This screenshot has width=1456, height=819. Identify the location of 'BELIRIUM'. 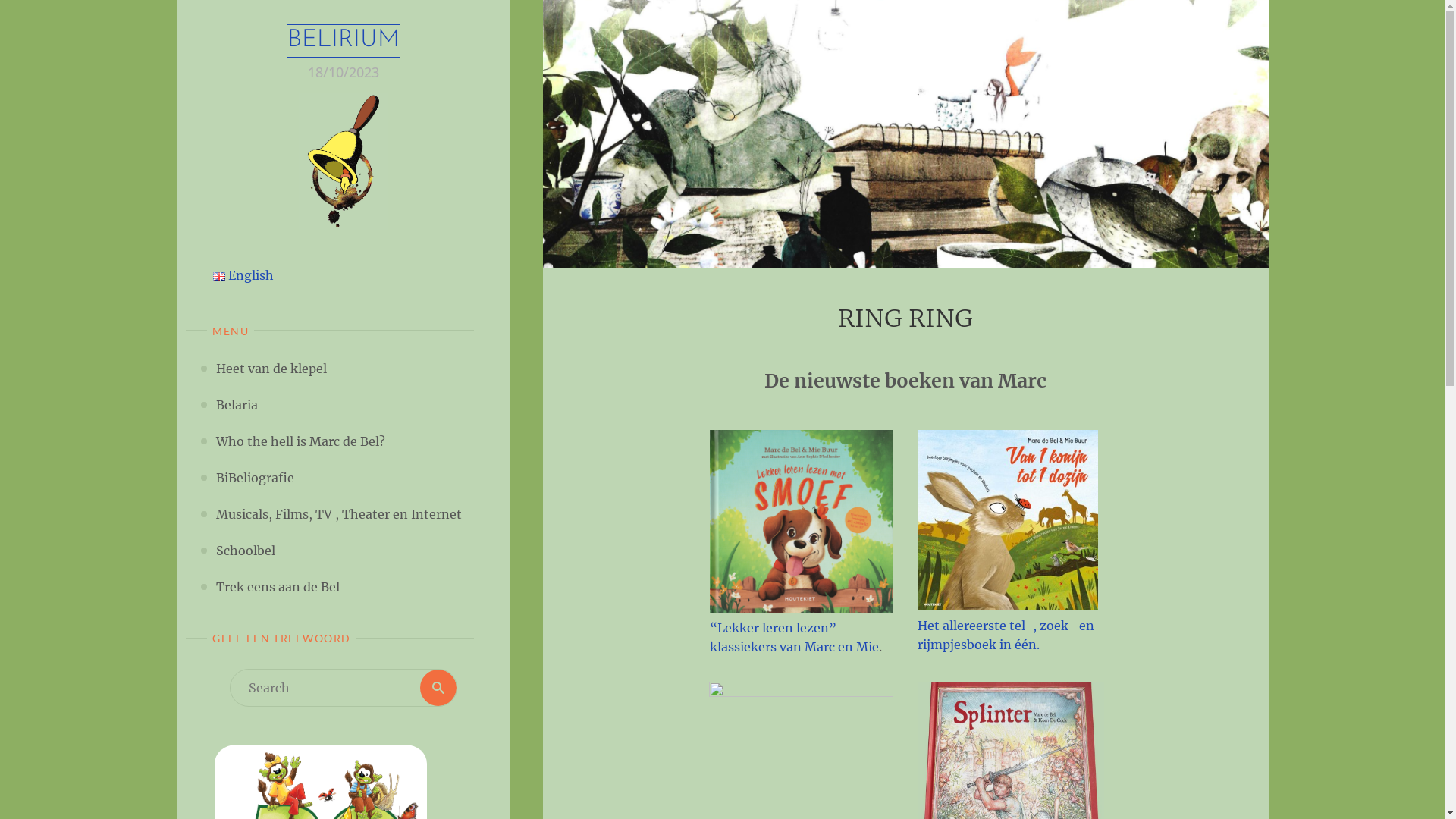
(341, 40).